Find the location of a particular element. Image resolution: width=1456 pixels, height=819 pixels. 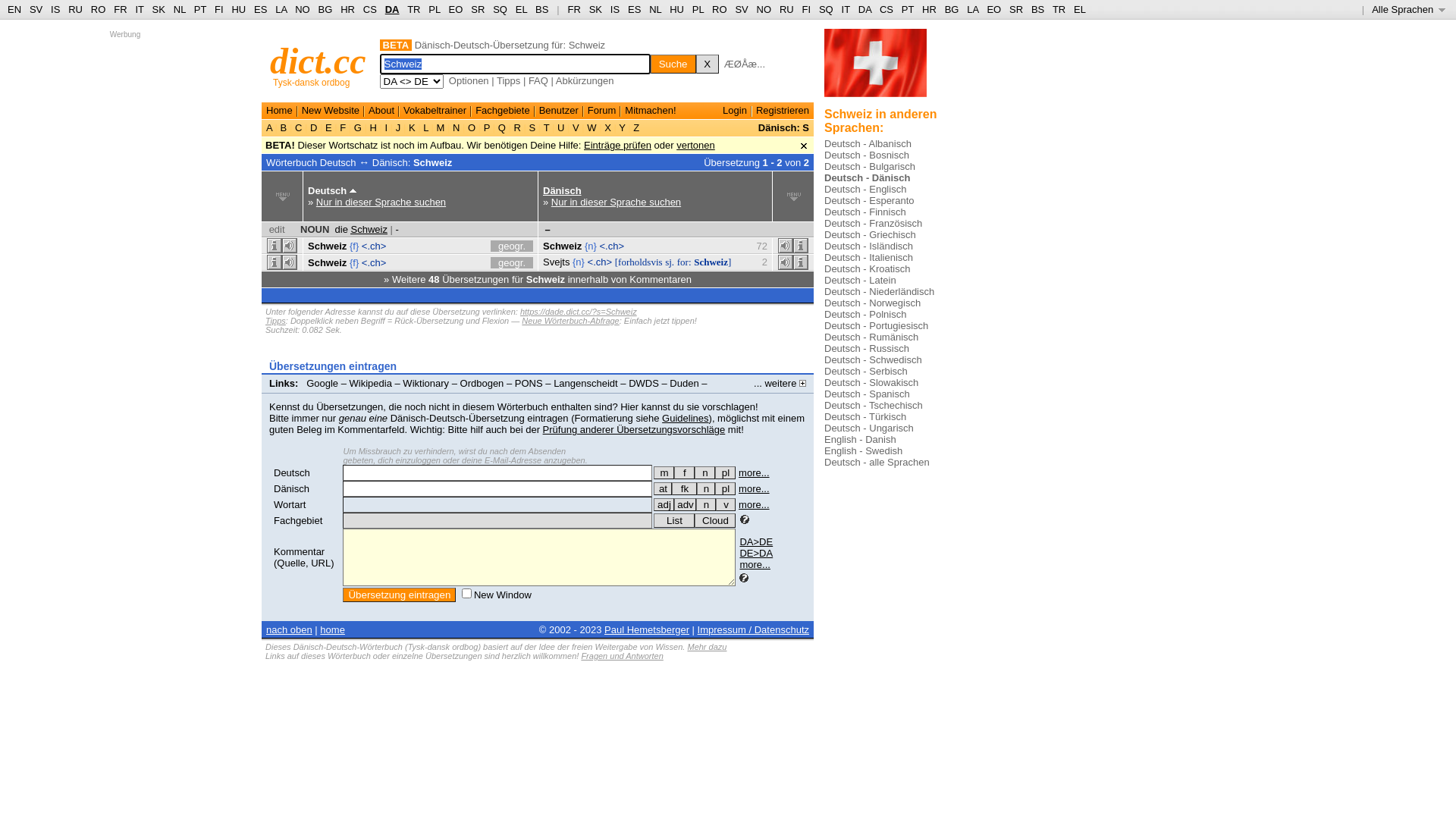

'Langenscheidt' is located at coordinates (585, 382).